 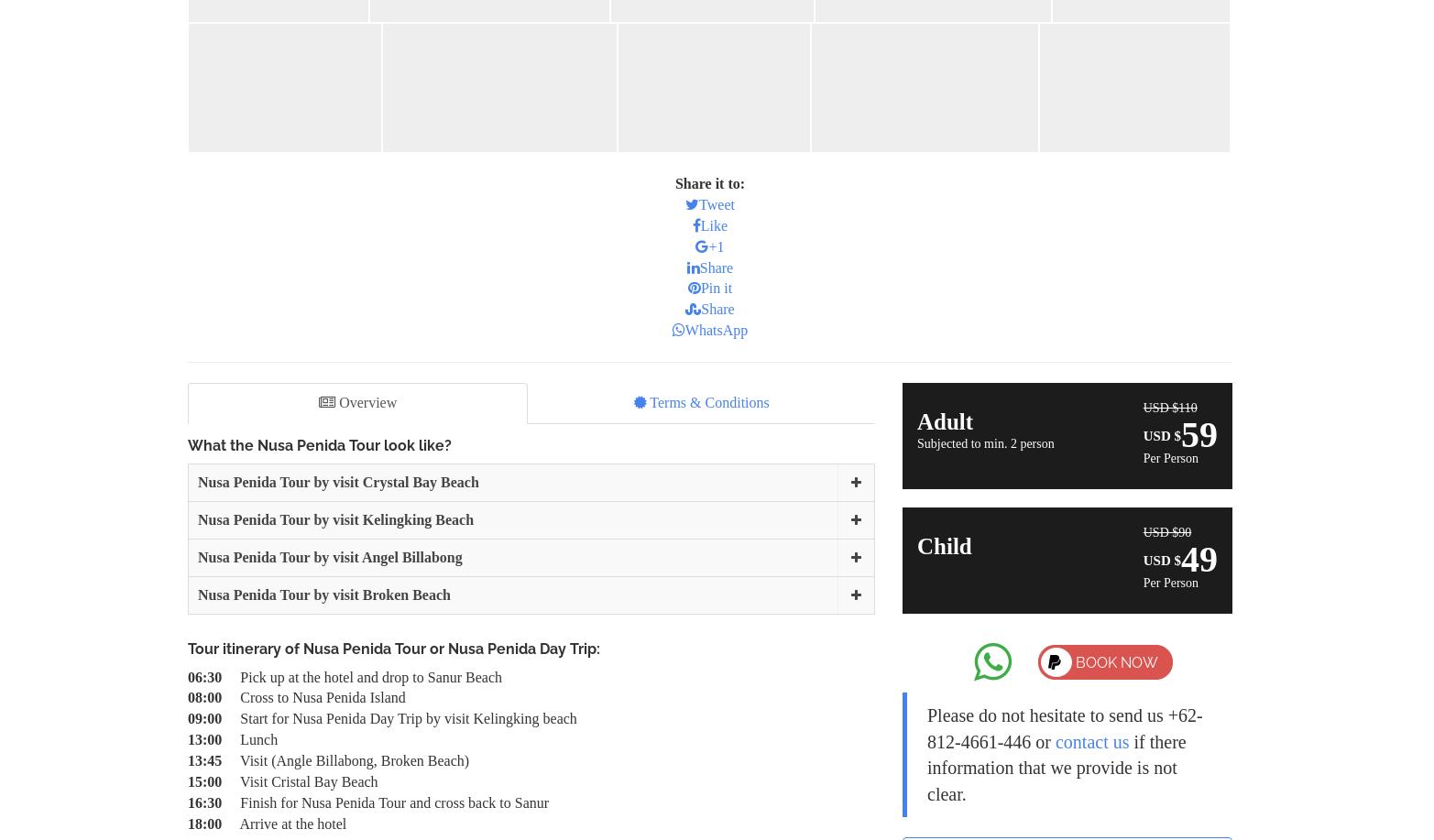 What do you see at coordinates (334, 519) in the screenshot?
I see `'Nusa Penida Tour by visit Kelingking Beach'` at bounding box center [334, 519].